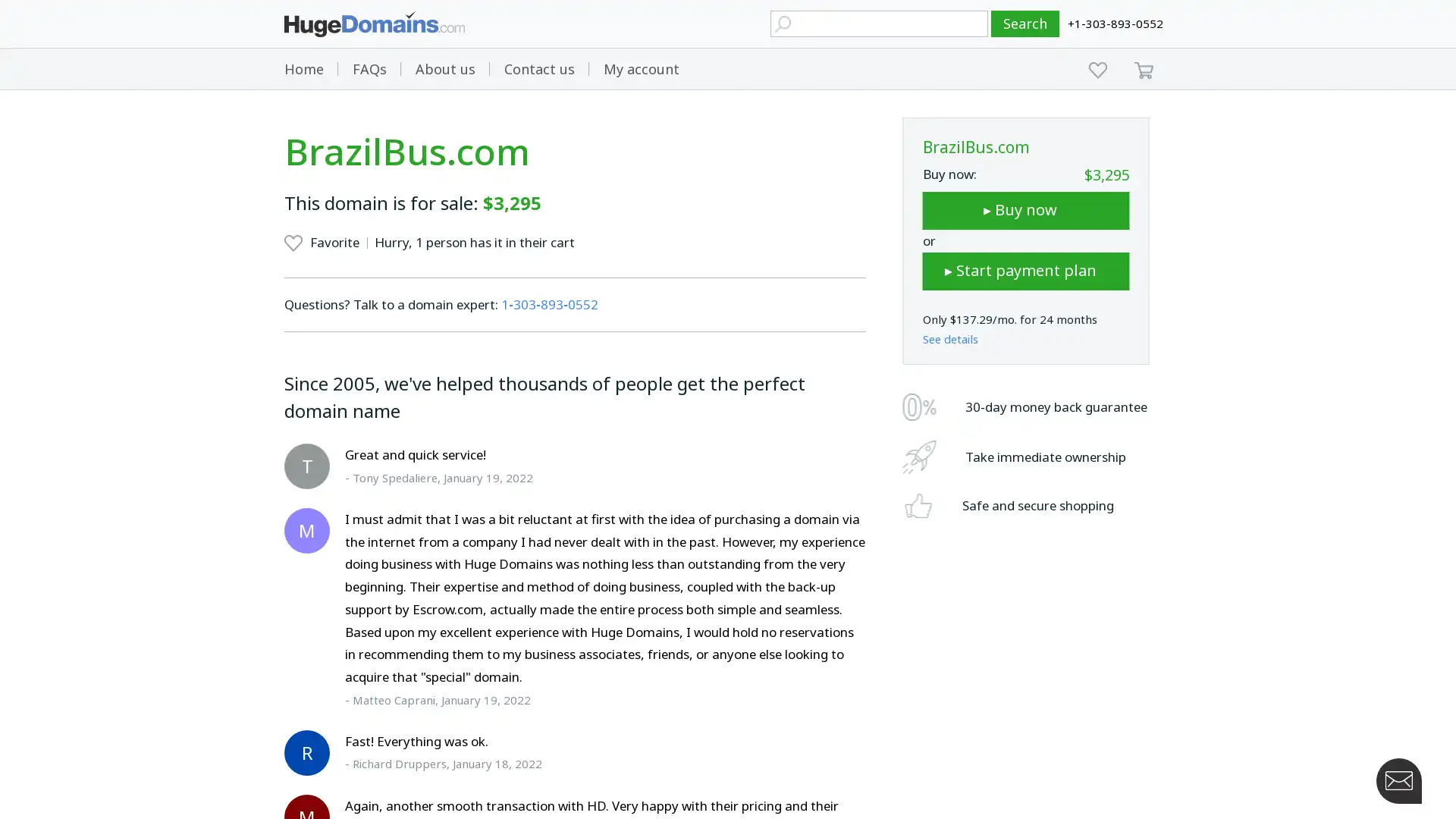 The image size is (1456, 819). What do you see at coordinates (1025, 24) in the screenshot?
I see `Search` at bounding box center [1025, 24].